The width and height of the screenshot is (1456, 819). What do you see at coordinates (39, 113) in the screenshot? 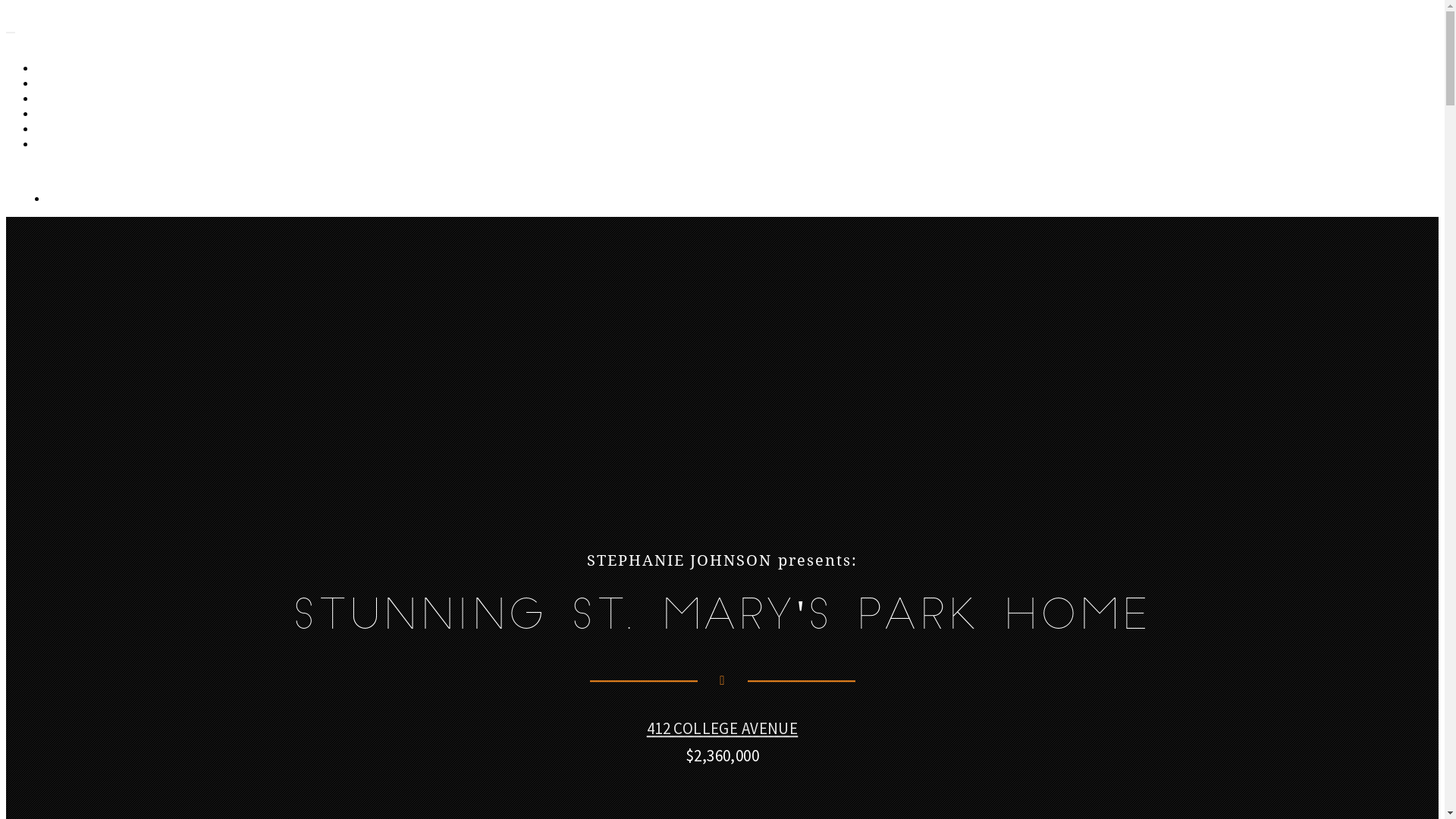
I see `'FEATURES'` at bounding box center [39, 113].